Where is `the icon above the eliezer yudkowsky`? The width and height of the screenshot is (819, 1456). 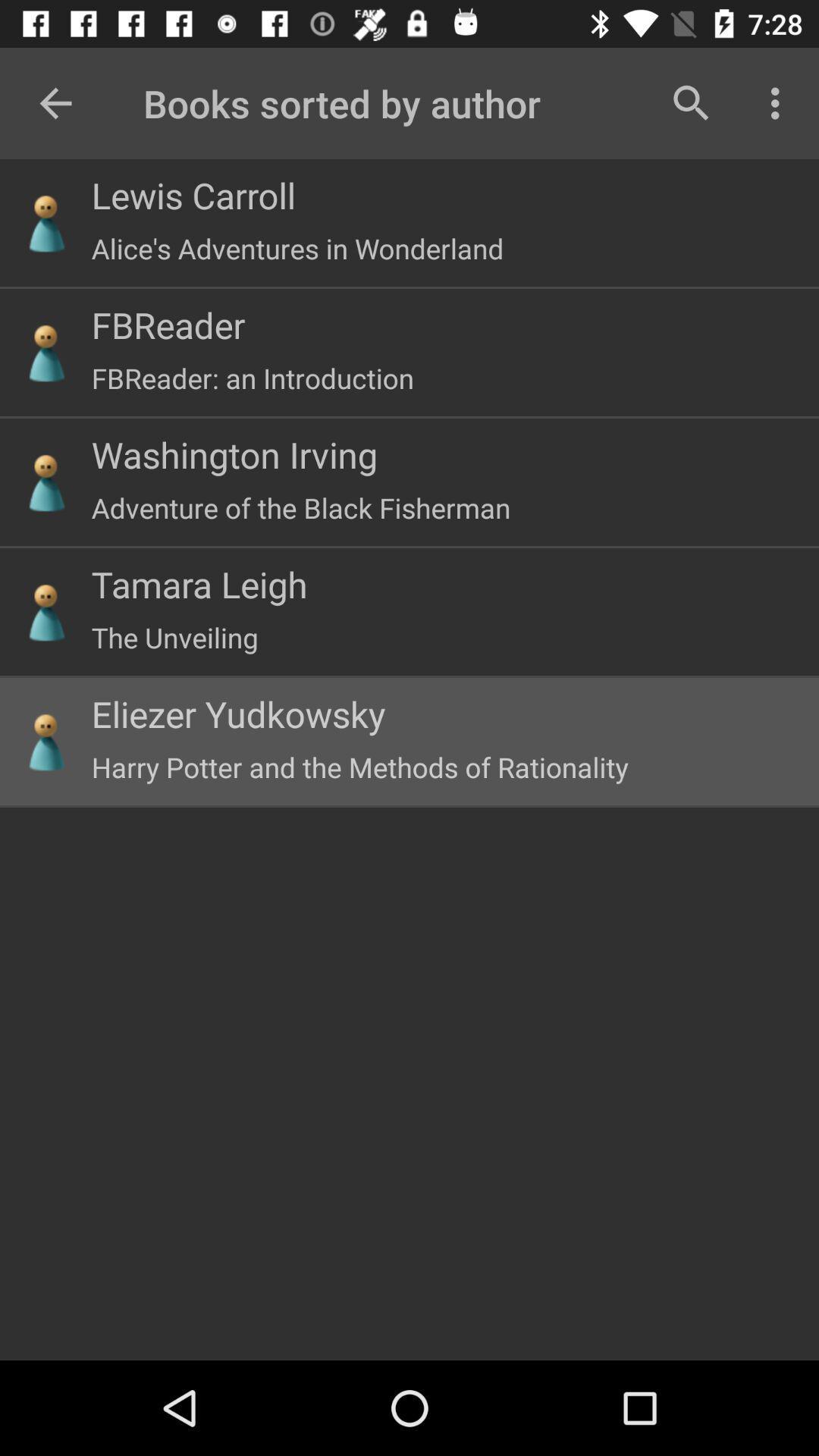 the icon above the eliezer yudkowsky is located at coordinates (174, 637).